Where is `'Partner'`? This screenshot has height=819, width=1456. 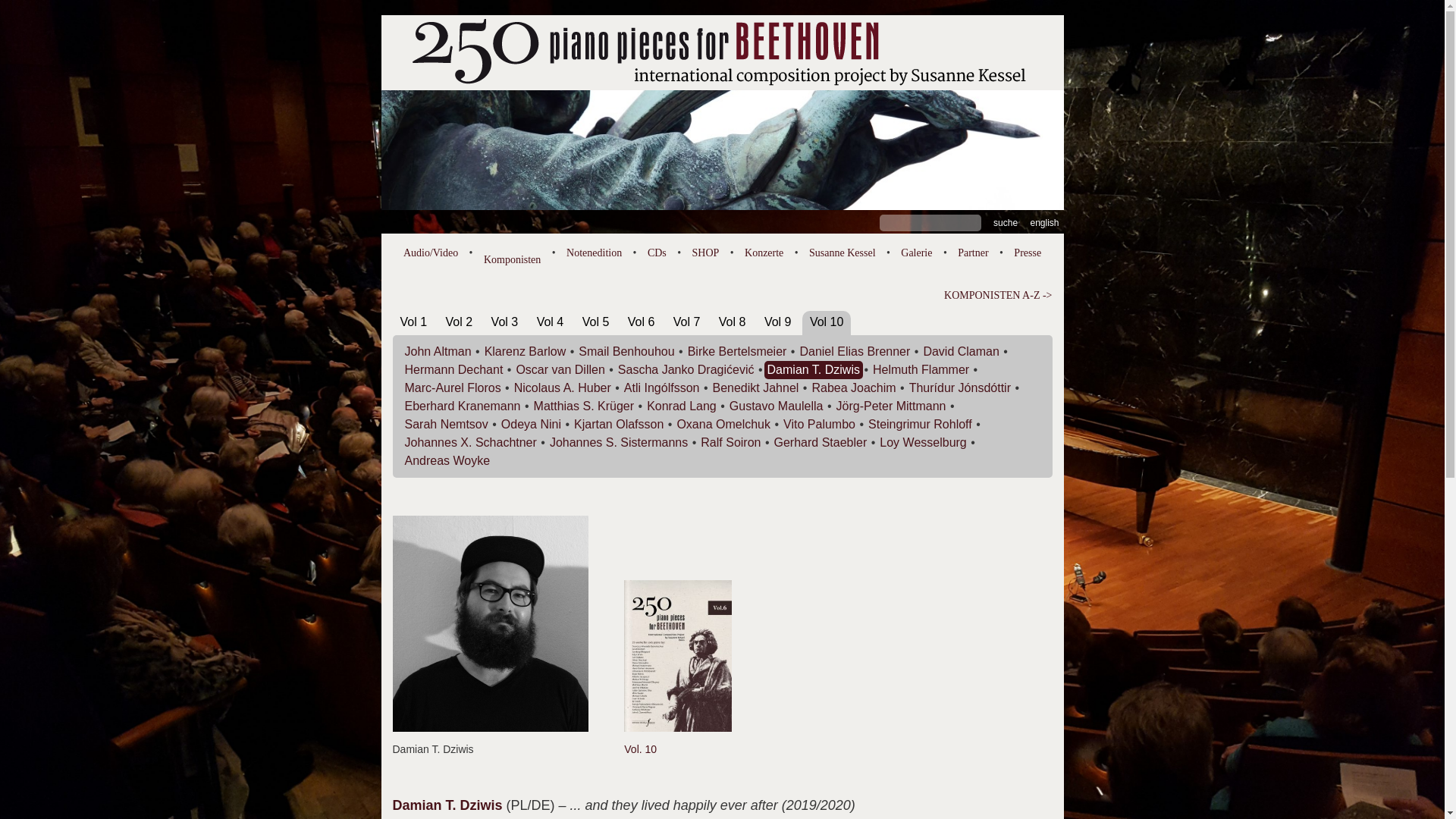
'Partner' is located at coordinates (972, 252).